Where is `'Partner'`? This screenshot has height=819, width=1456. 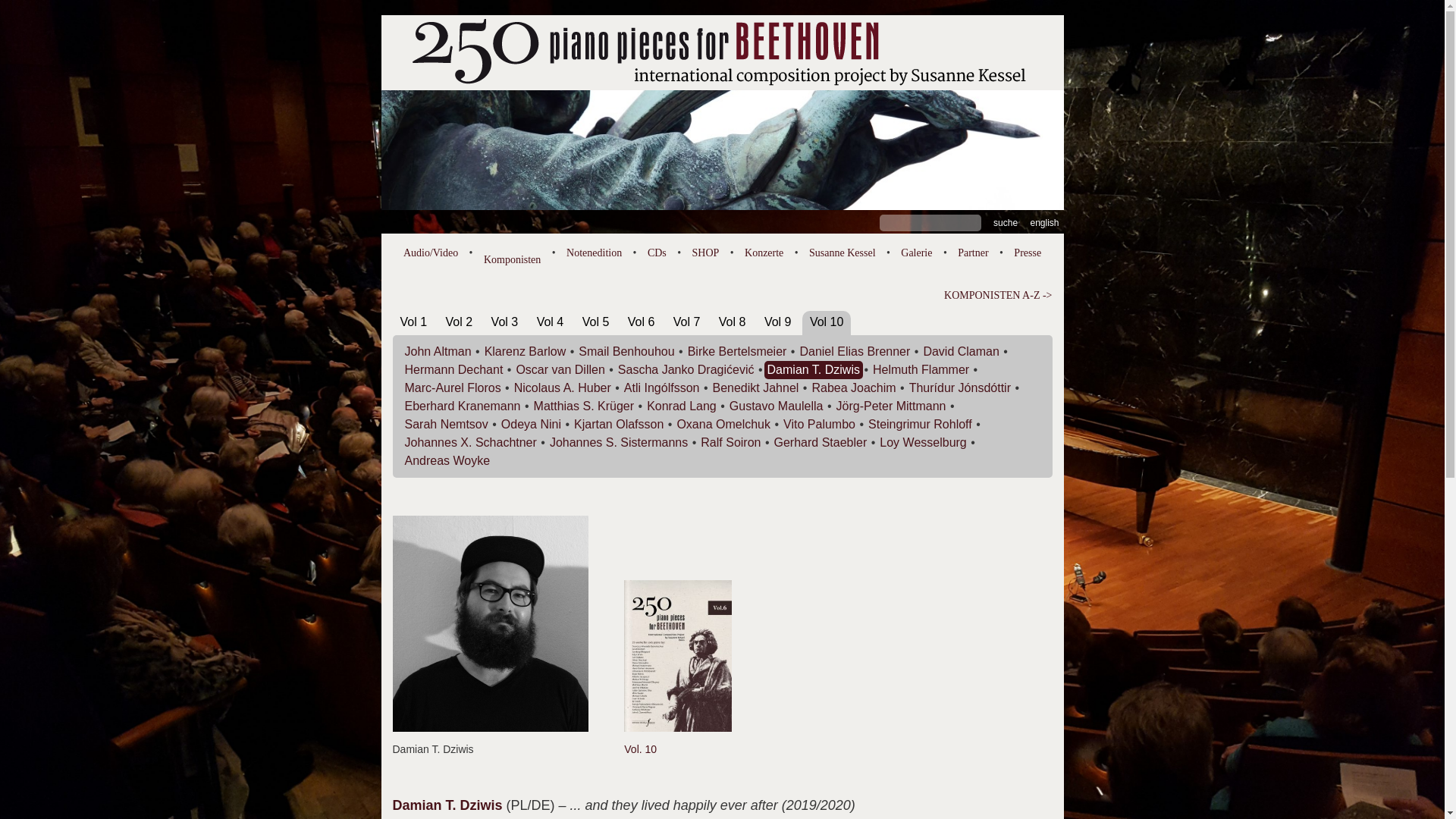
'Partner' is located at coordinates (972, 252).